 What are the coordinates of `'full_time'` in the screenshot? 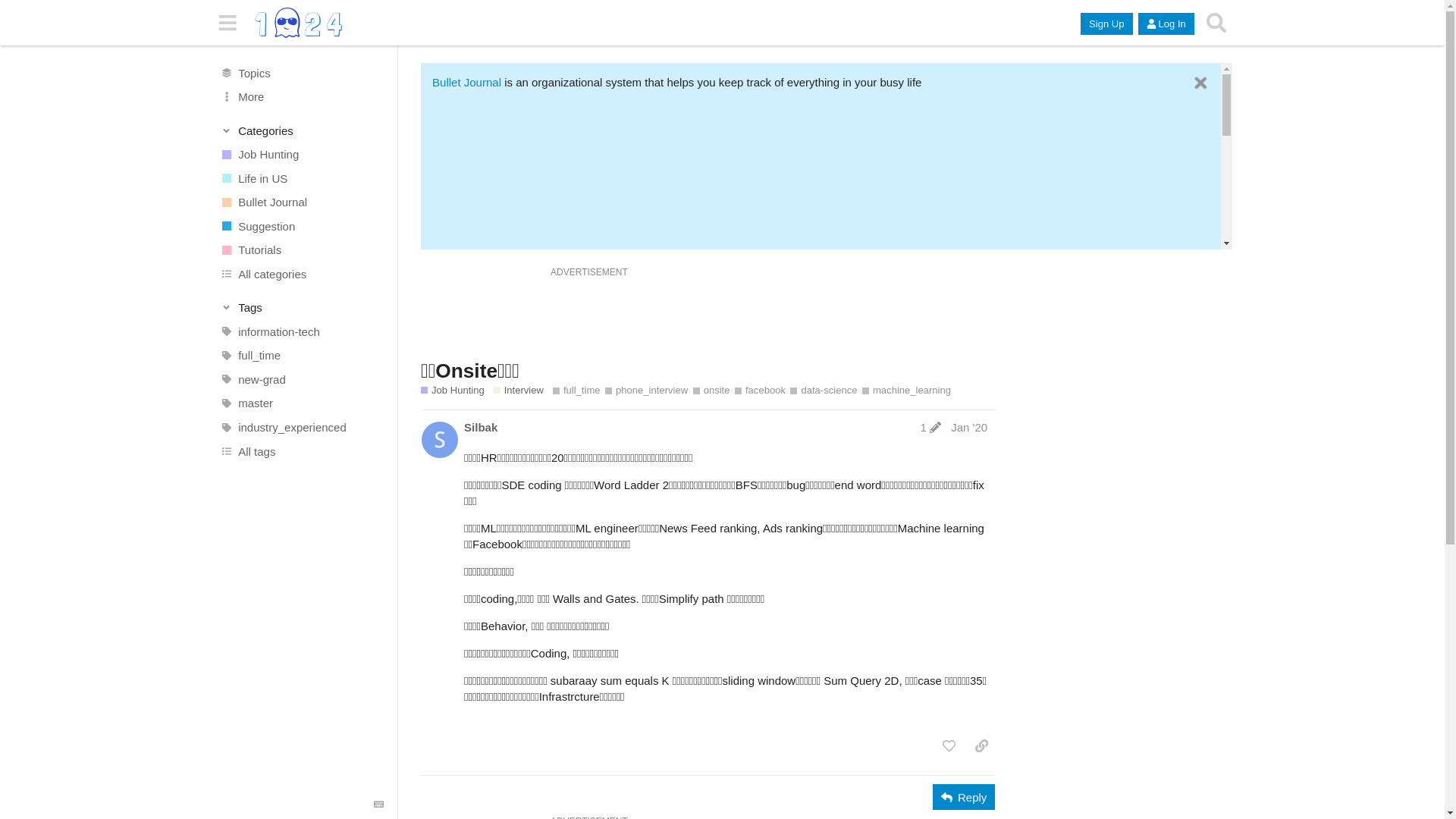 It's located at (552, 390).